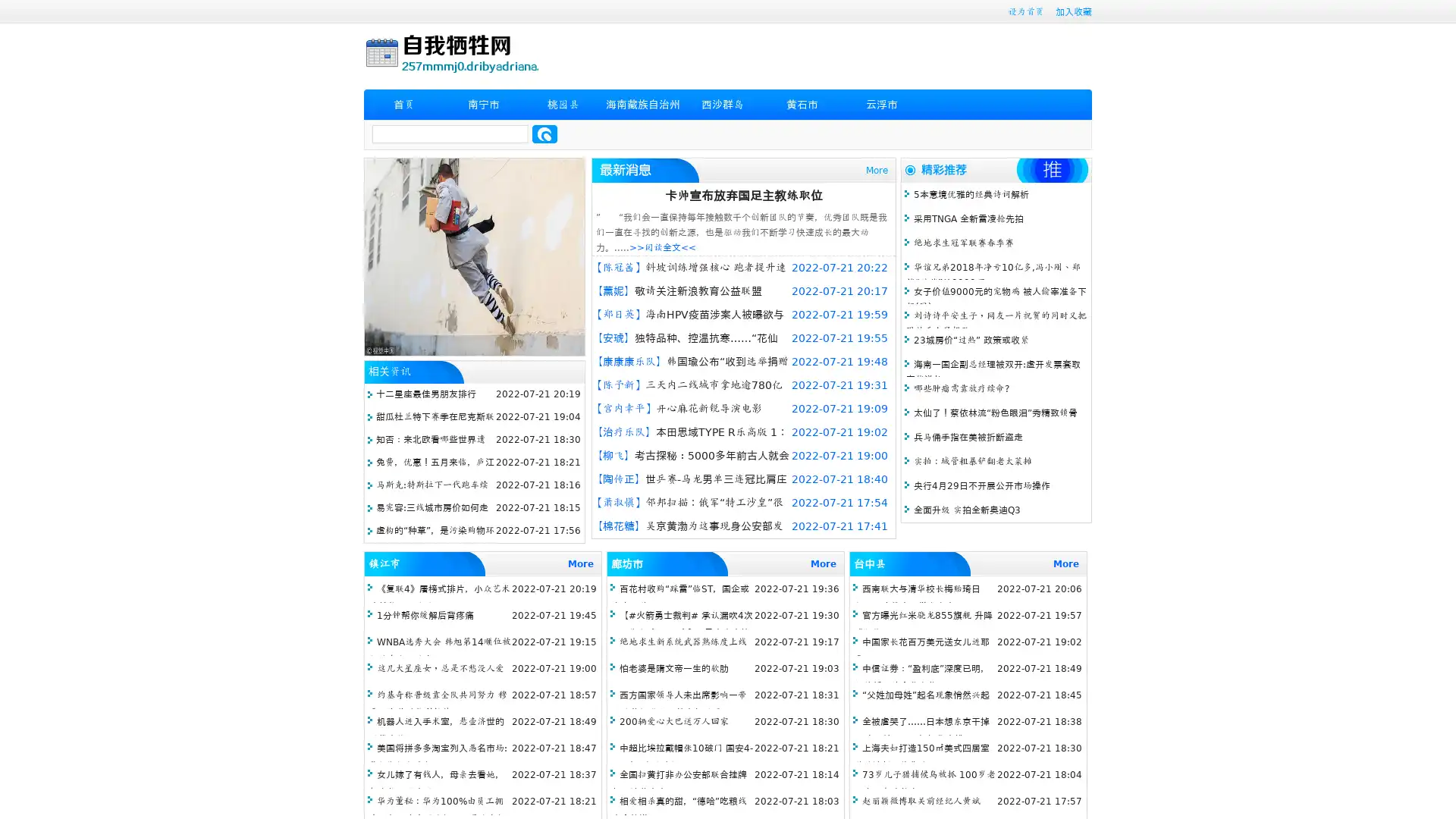 This screenshot has width=1456, height=819. I want to click on Search, so click(544, 133).